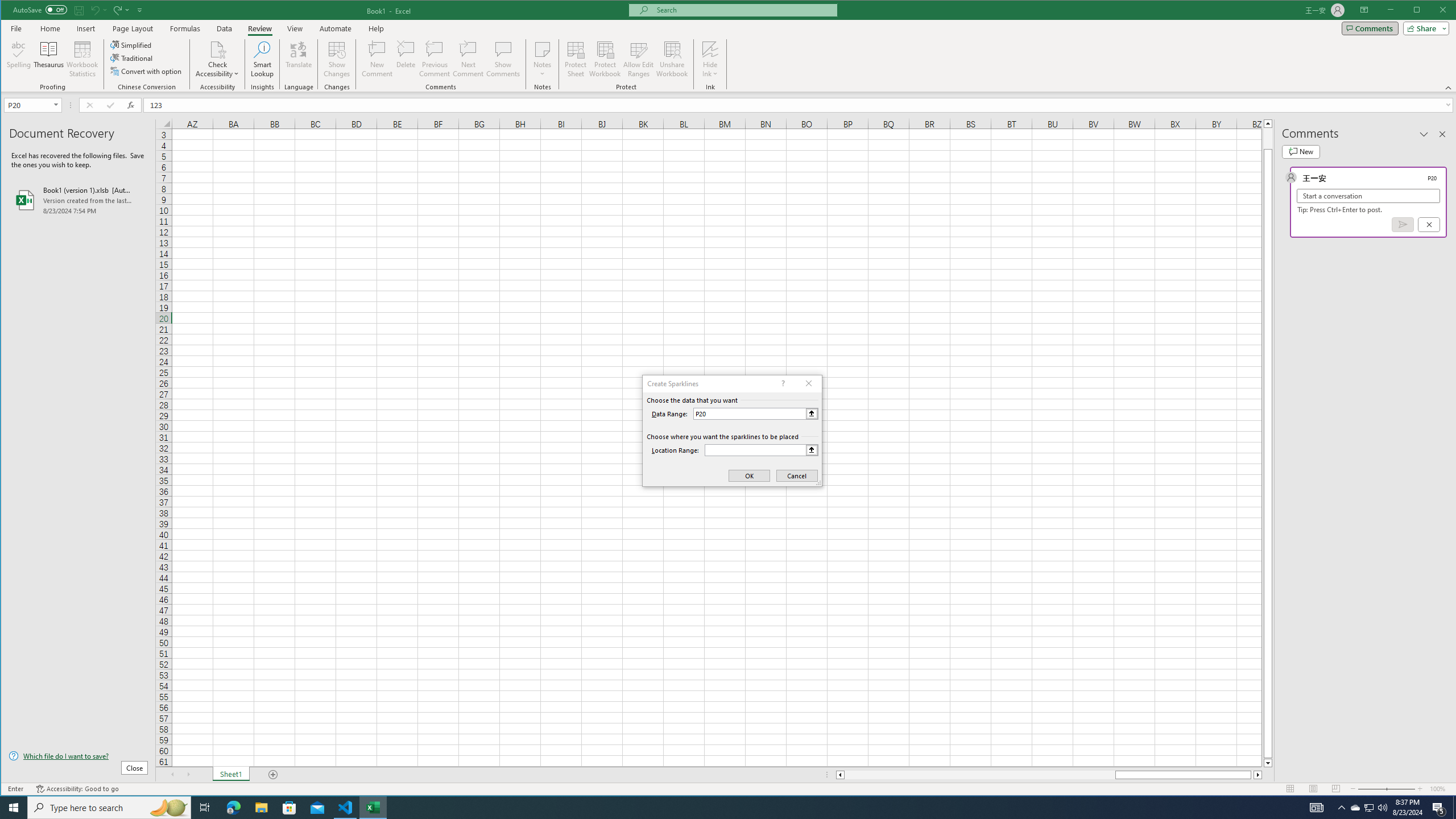  What do you see at coordinates (503, 59) in the screenshot?
I see `'Show Comments'` at bounding box center [503, 59].